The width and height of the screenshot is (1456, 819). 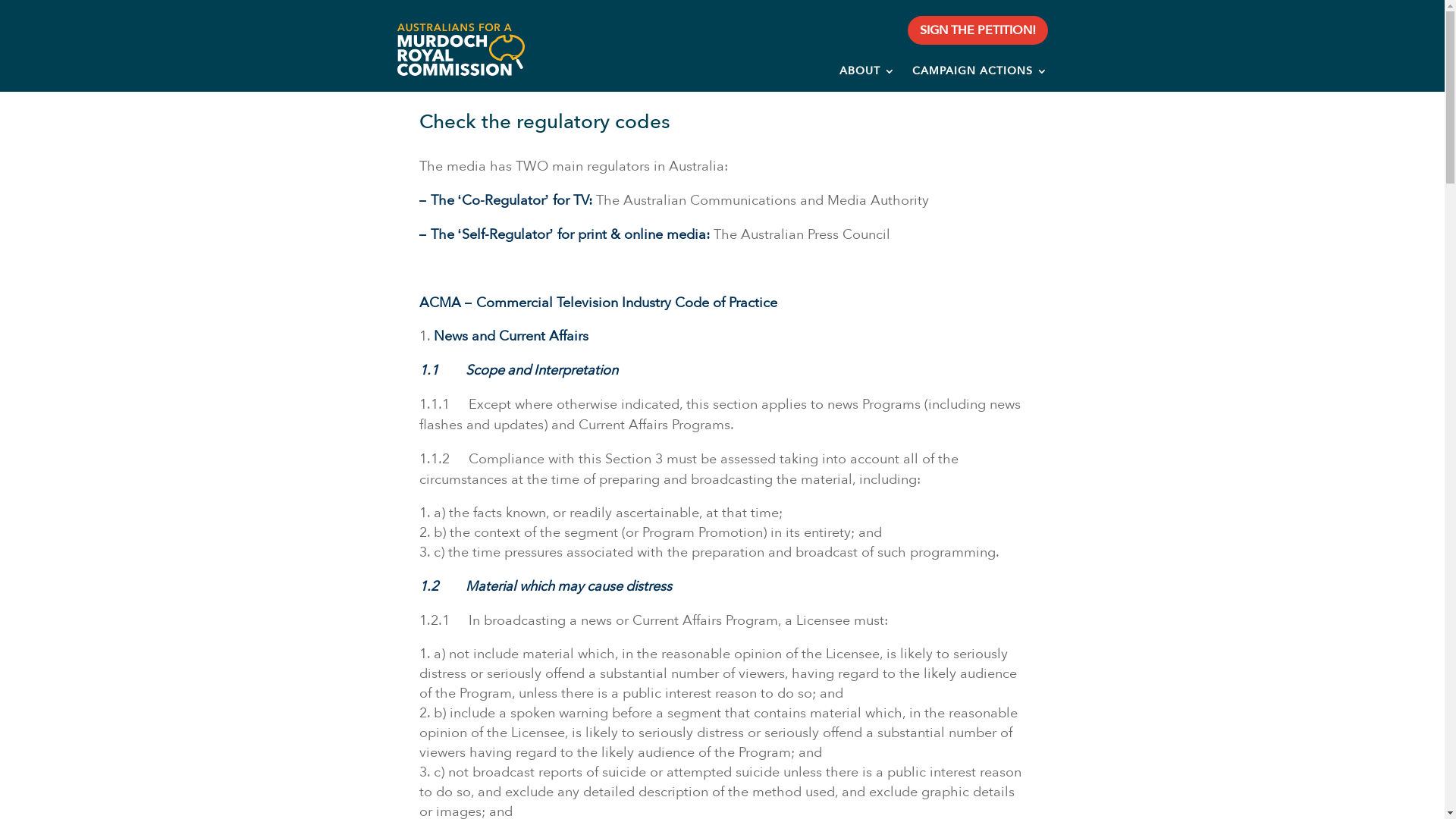 I want to click on 'CAMPAIGN ACTIONS', so click(x=980, y=74).